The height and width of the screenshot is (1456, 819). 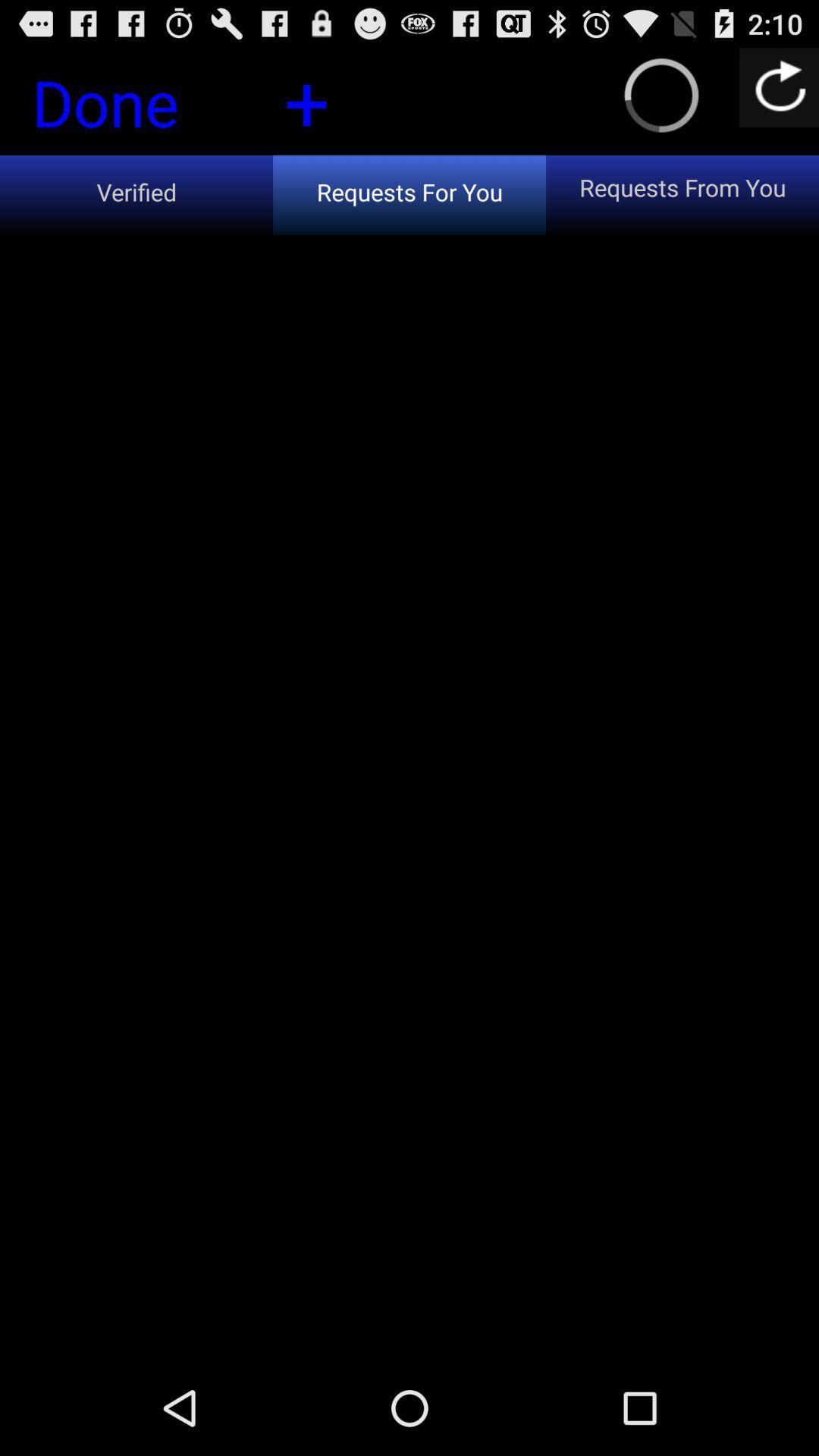 I want to click on verified item, so click(x=136, y=194).